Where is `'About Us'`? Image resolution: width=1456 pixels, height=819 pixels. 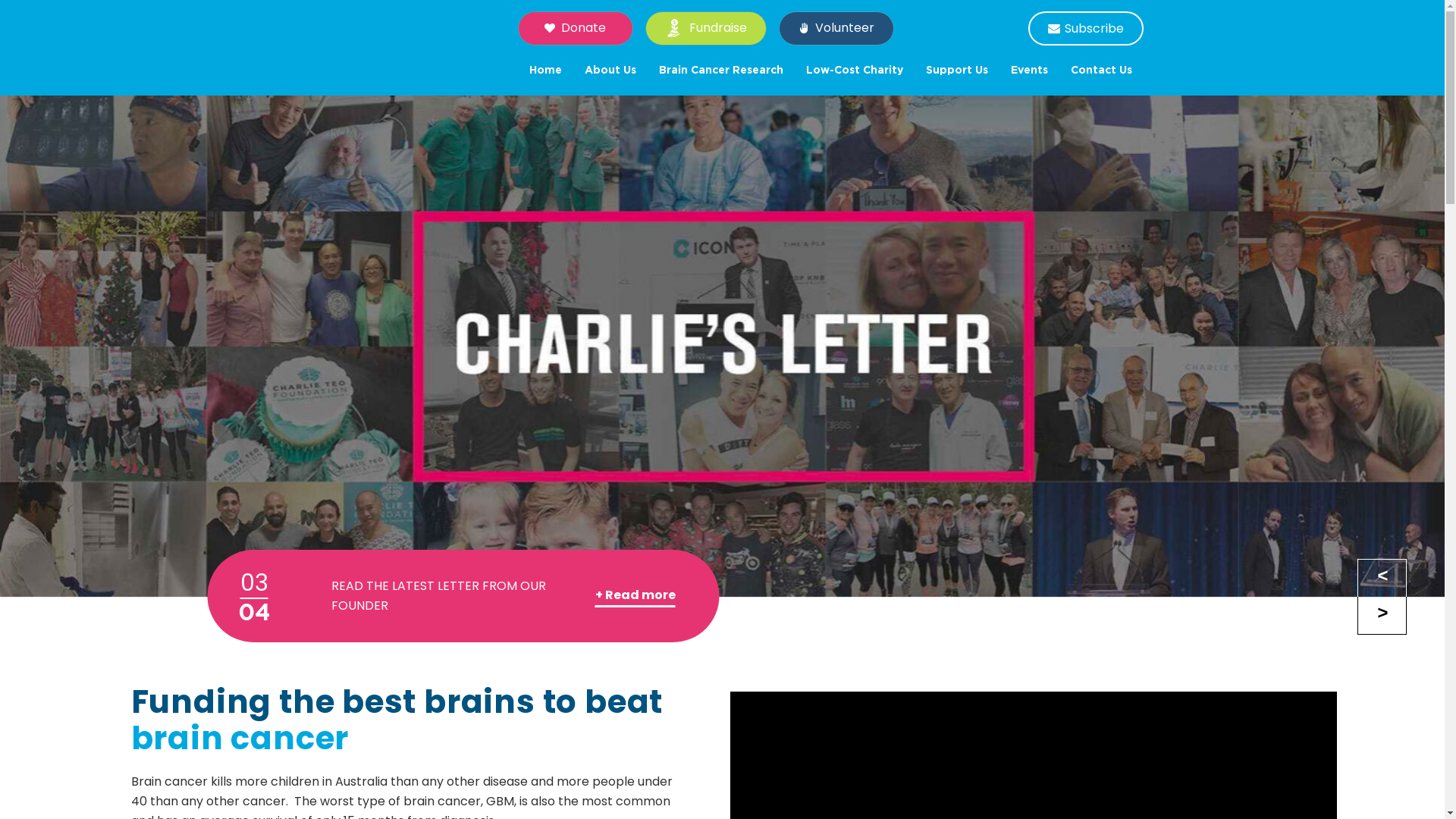
'About Us' is located at coordinates (572, 70).